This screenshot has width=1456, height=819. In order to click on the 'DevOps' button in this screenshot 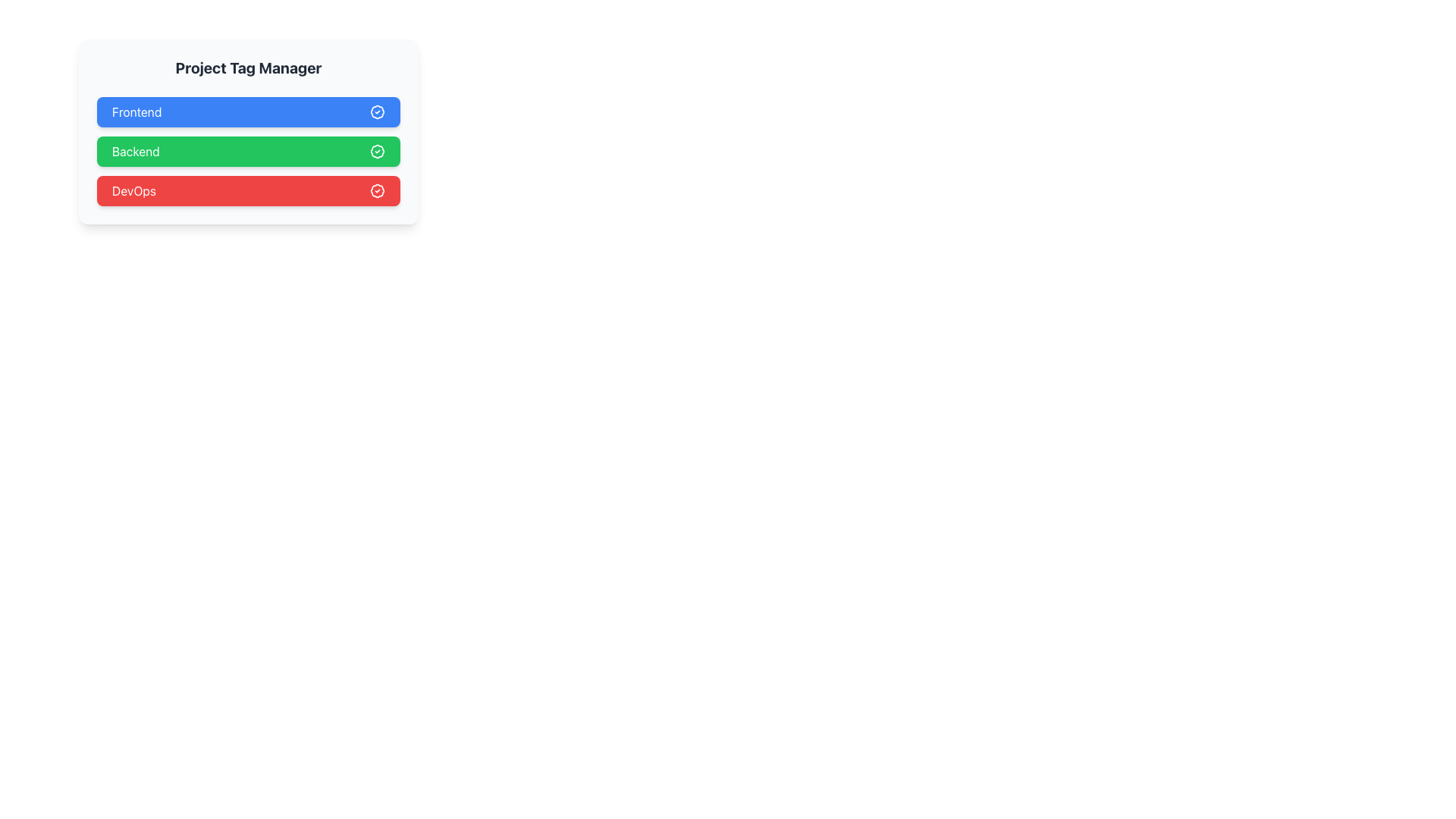, I will do `click(248, 190)`.